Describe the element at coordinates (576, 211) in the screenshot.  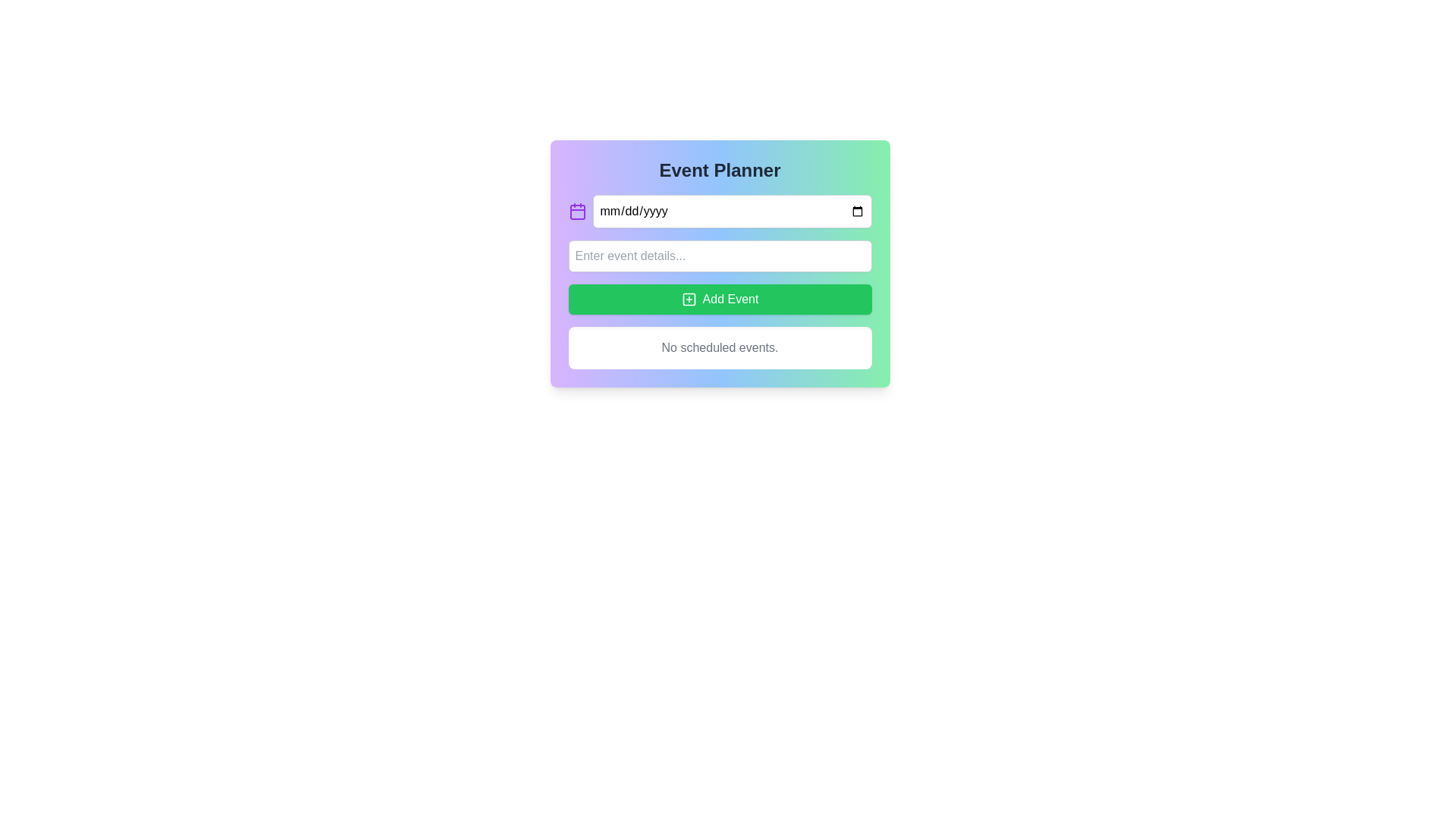
I see `the purple calendar icon located to the left of the date input box labeled 'mm/dd/yyyy'` at that location.